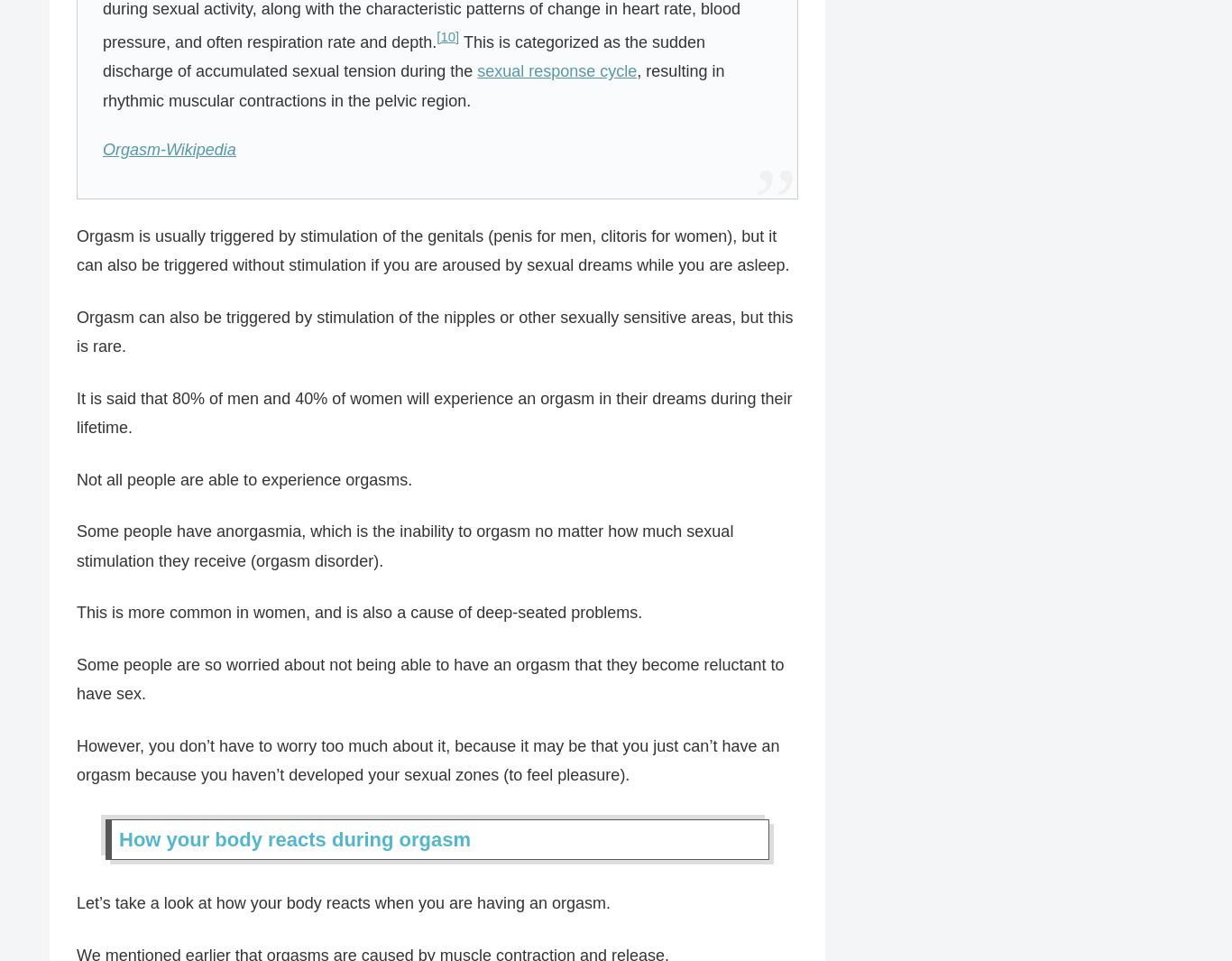 Image resolution: width=1232 pixels, height=961 pixels. Describe the element at coordinates (434, 411) in the screenshot. I see `'It is said that 80% of men and 40% of women will experience an orgasm in their dreams during their lifetime.'` at that location.